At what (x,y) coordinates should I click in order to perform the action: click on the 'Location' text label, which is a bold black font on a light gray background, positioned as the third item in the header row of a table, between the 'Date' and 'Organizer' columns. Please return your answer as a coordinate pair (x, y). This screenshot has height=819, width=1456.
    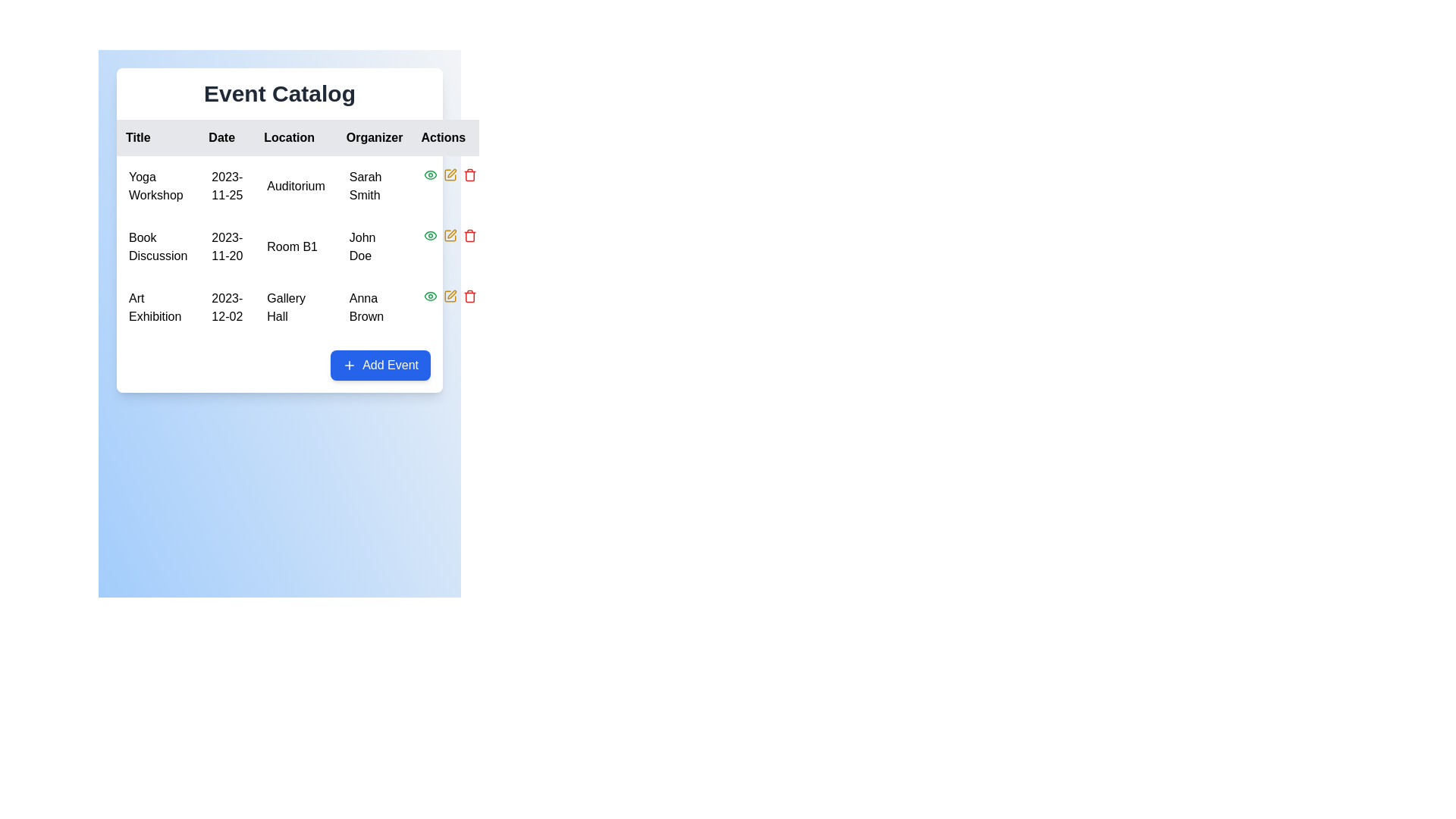
    Looking at the image, I should click on (296, 137).